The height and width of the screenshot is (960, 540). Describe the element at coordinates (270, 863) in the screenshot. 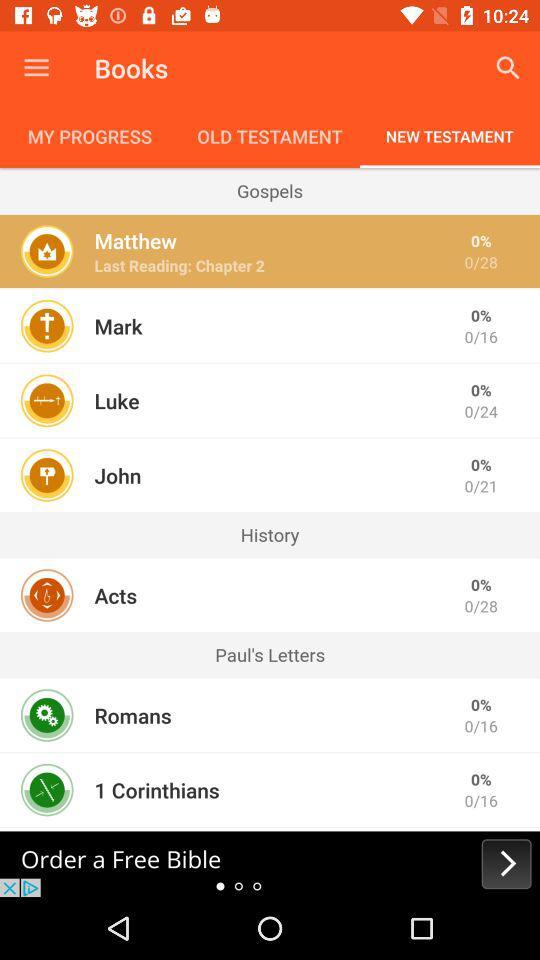

I see `advertisement to order bible for free` at that location.